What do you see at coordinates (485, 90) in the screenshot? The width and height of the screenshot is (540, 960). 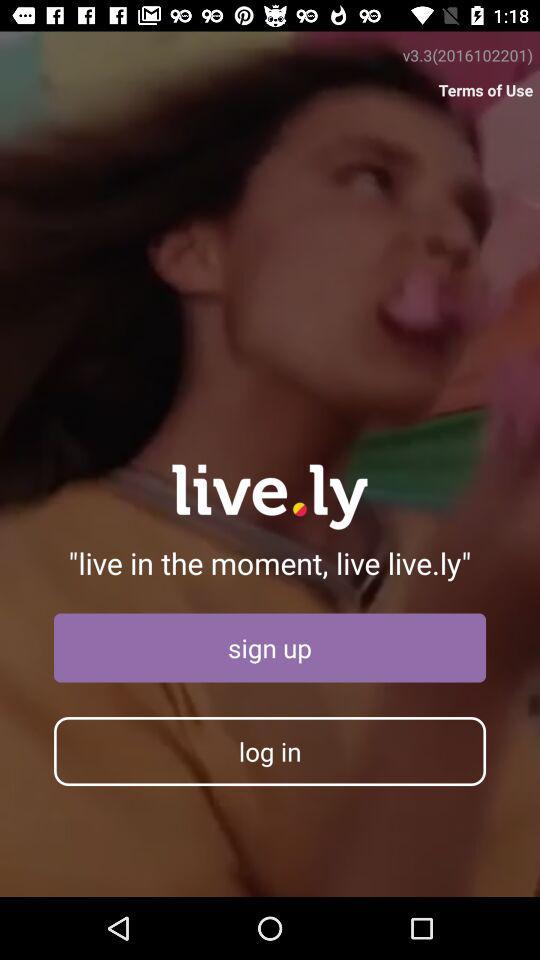 I see `the item below the v3.3(2016102201) item` at bounding box center [485, 90].